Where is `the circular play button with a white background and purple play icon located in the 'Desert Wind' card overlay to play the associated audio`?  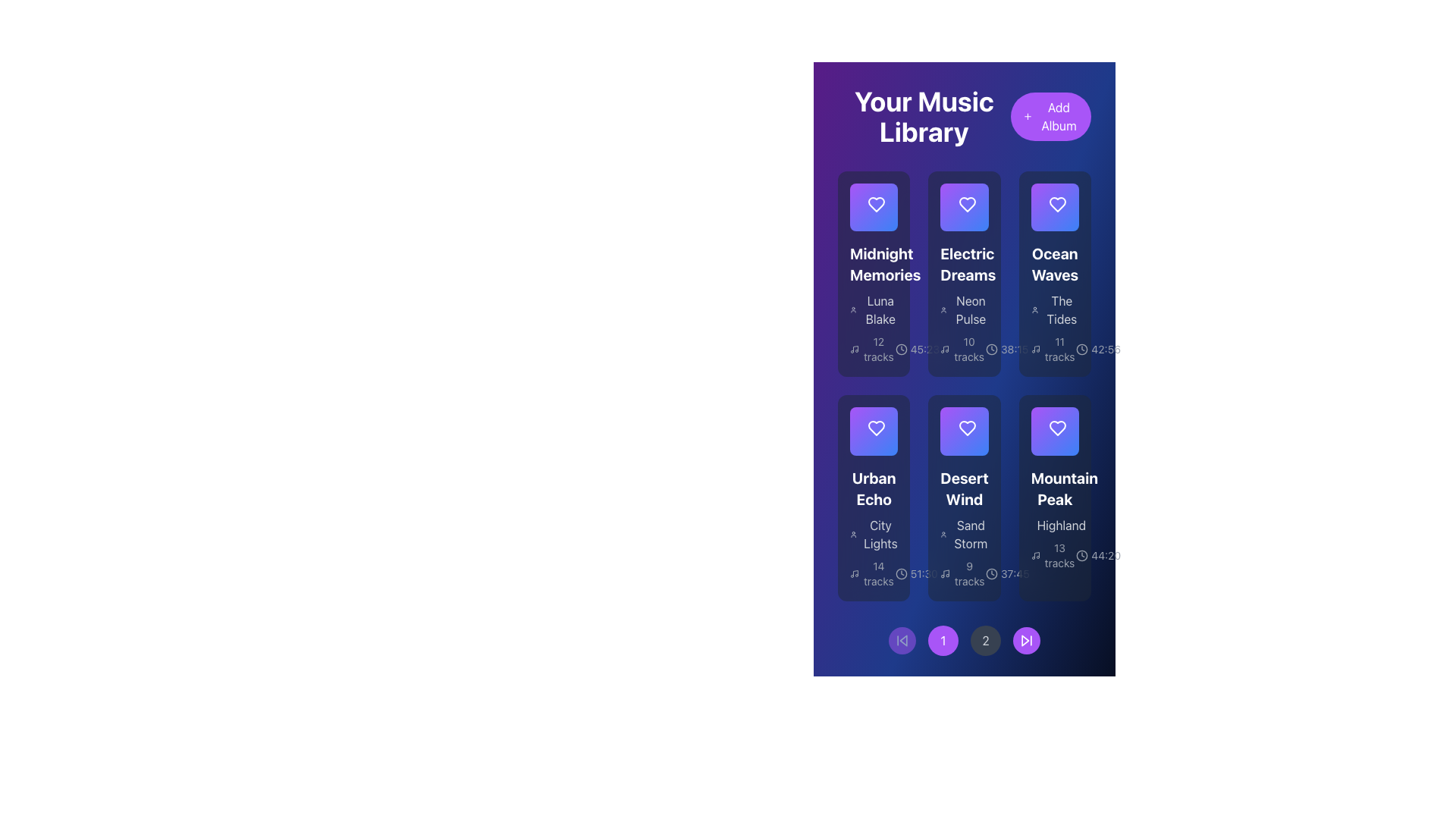 the circular play button with a white background and purple play icon located in the 'Desert Wind' card overlay to play the associated audio is located at coordinates (964, 431).